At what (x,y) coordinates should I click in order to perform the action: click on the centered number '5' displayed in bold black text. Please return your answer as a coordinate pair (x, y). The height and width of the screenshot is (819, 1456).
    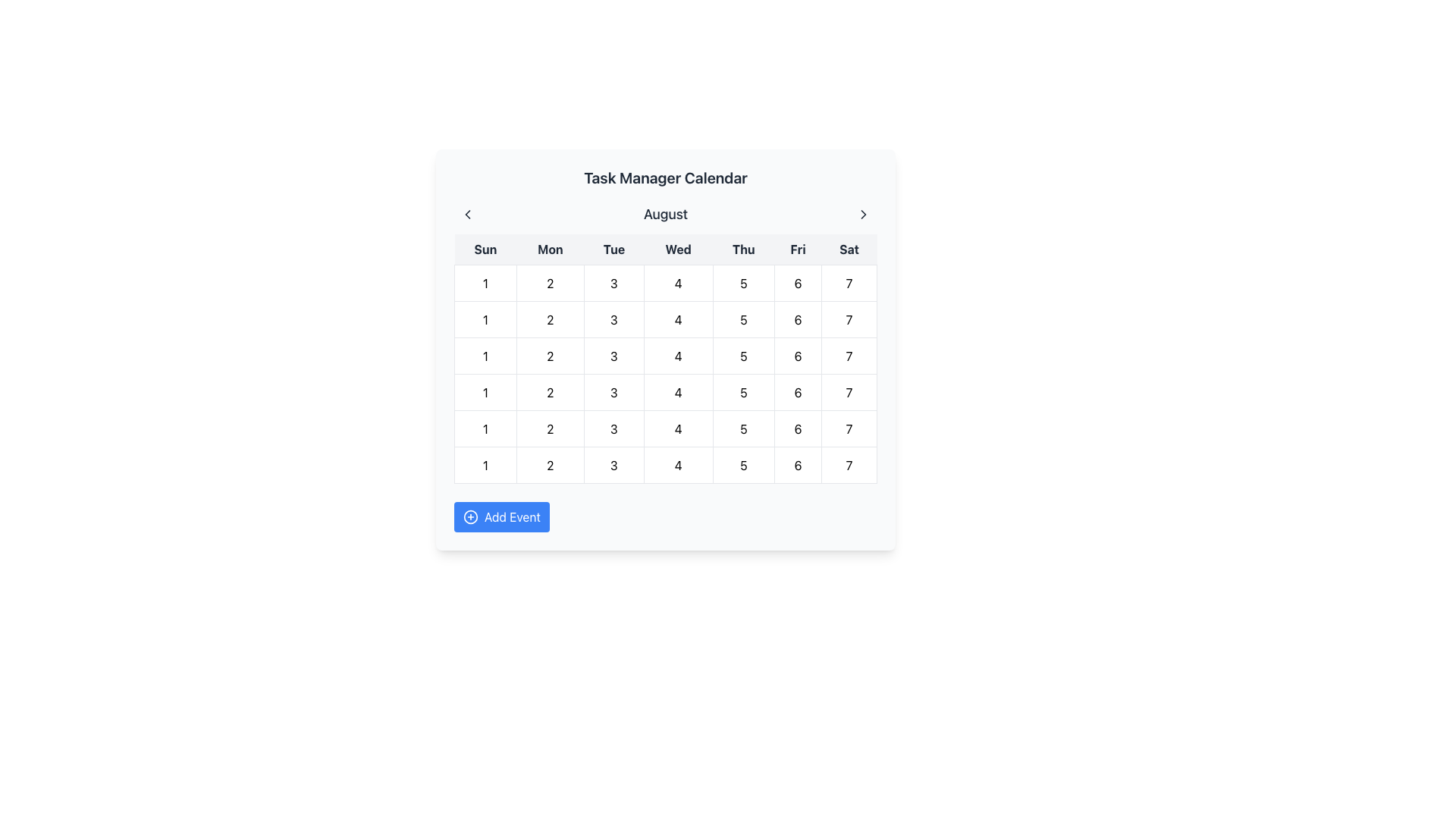
    Looking at the image, I should click on (743, 283).